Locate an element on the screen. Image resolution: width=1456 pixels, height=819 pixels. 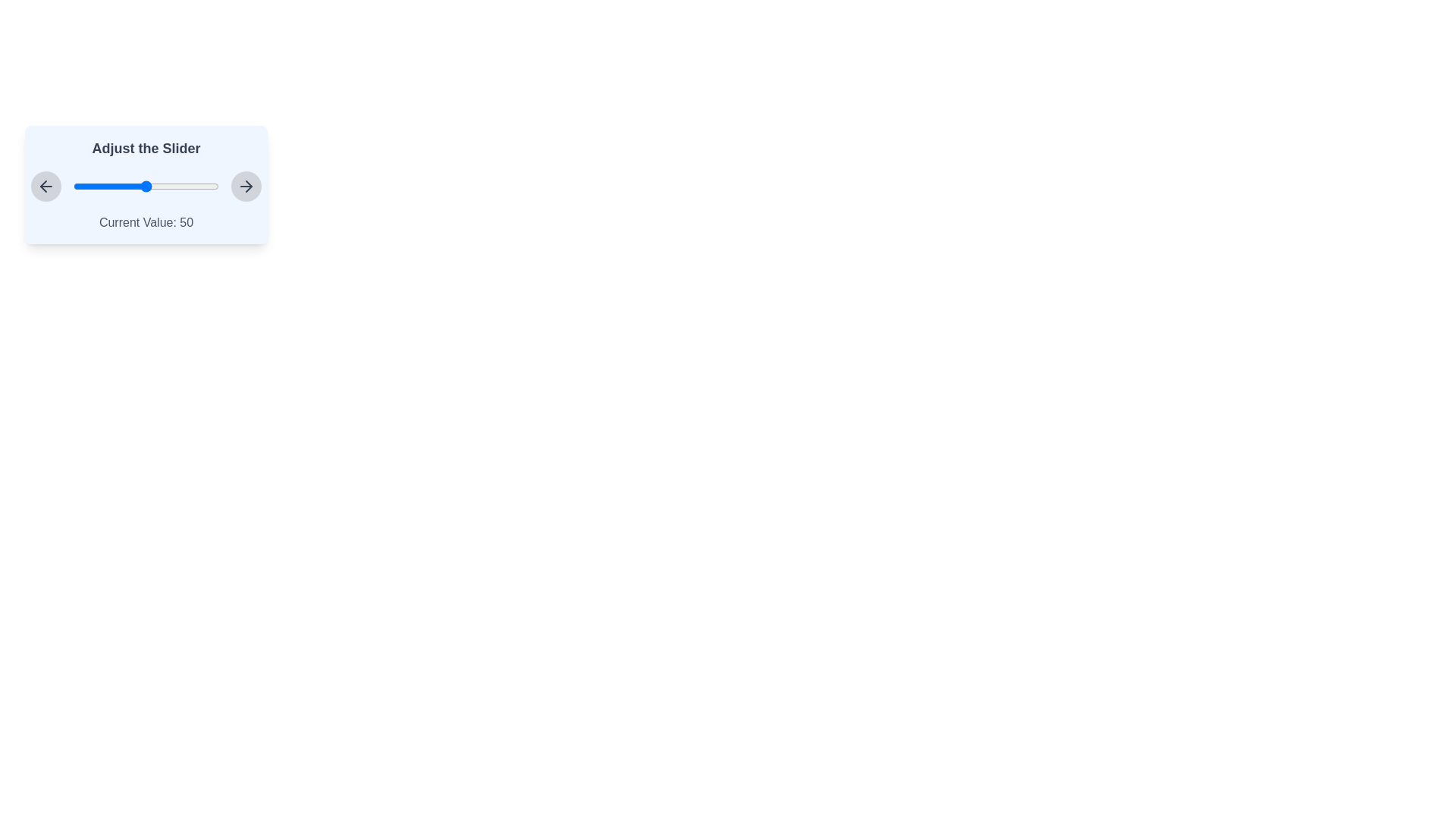
the slider is located at coordinates (108, 186).